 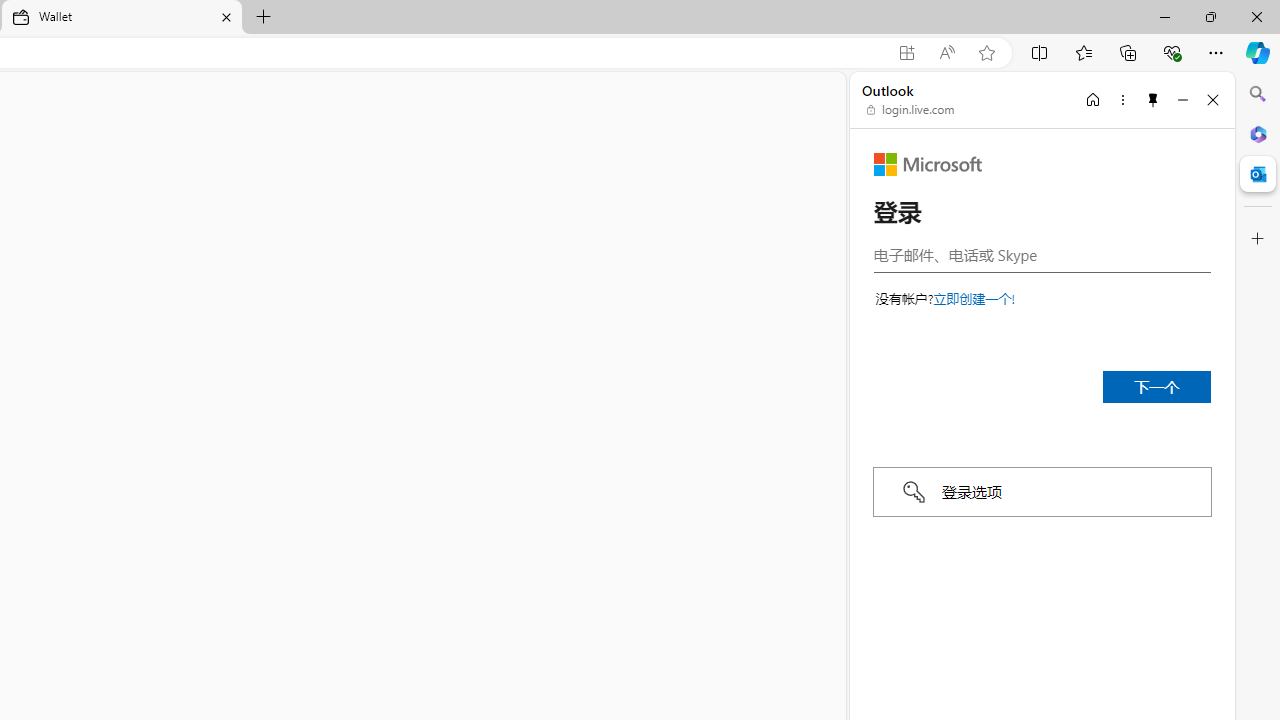 What do you see at coordinates (910, 110) in the screenshot?
I see `'login.live.com'` at bounding box center [910, 110].